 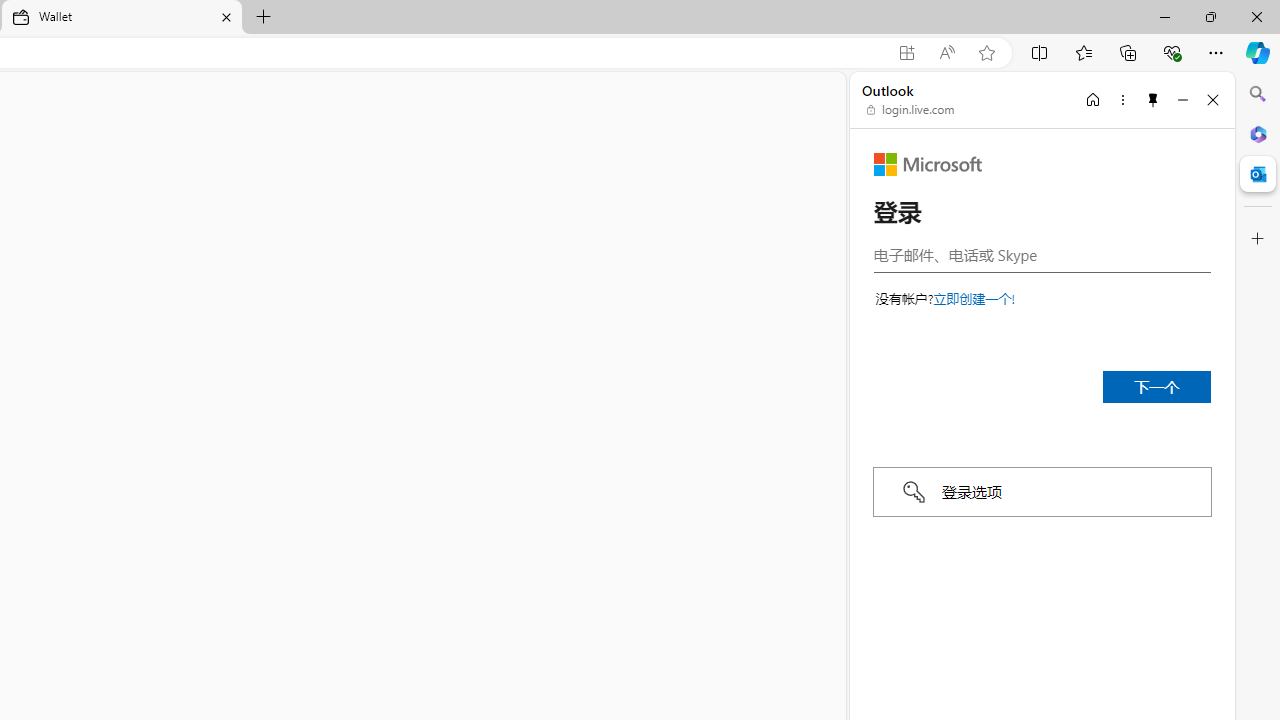 What do you see at coordinates (910, 110) in the screenshot?
I see `'login.live.com'` at bounding box center [910, 110].